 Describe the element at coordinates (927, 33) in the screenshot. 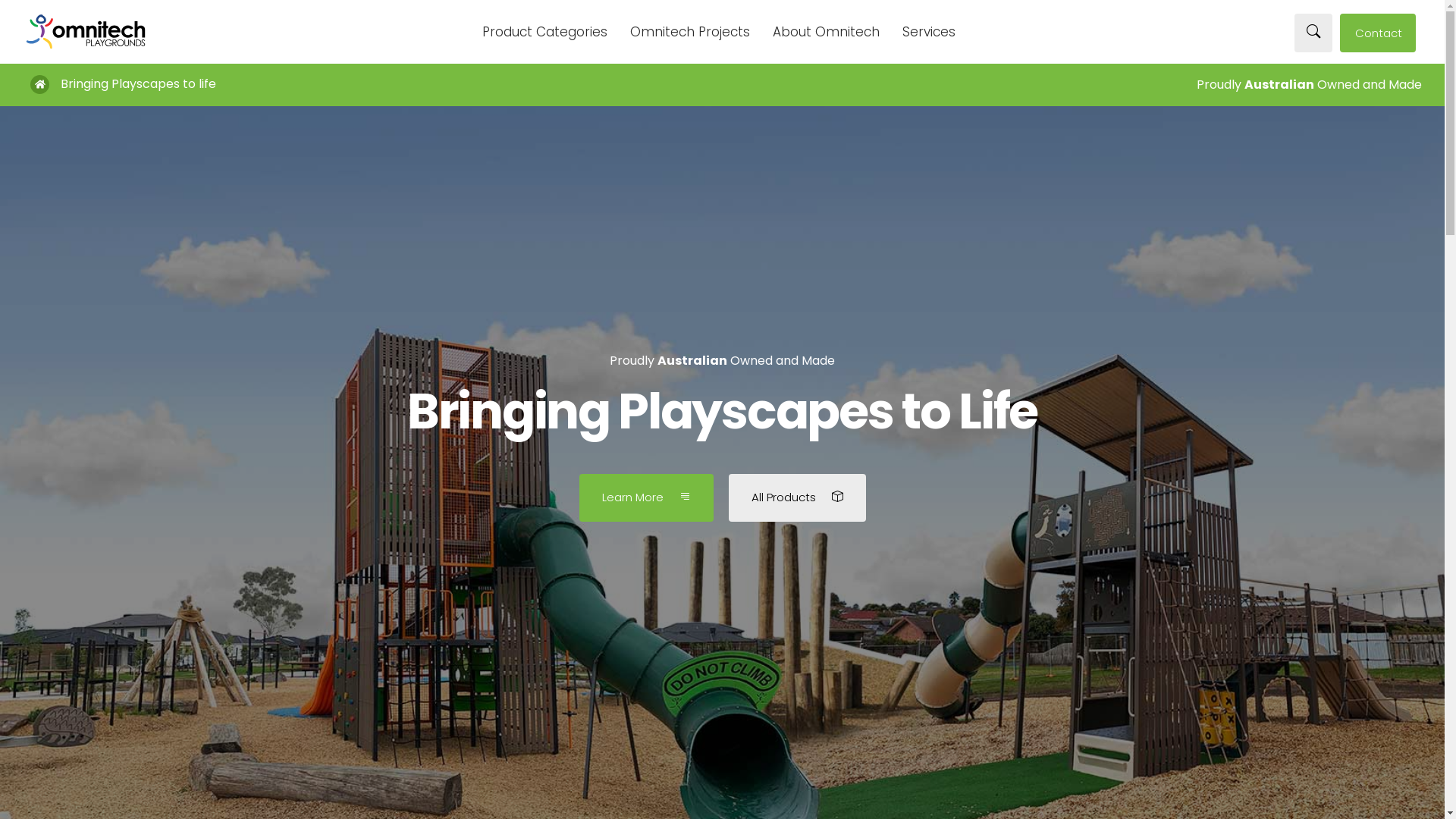

I see `'Services'` at that location.